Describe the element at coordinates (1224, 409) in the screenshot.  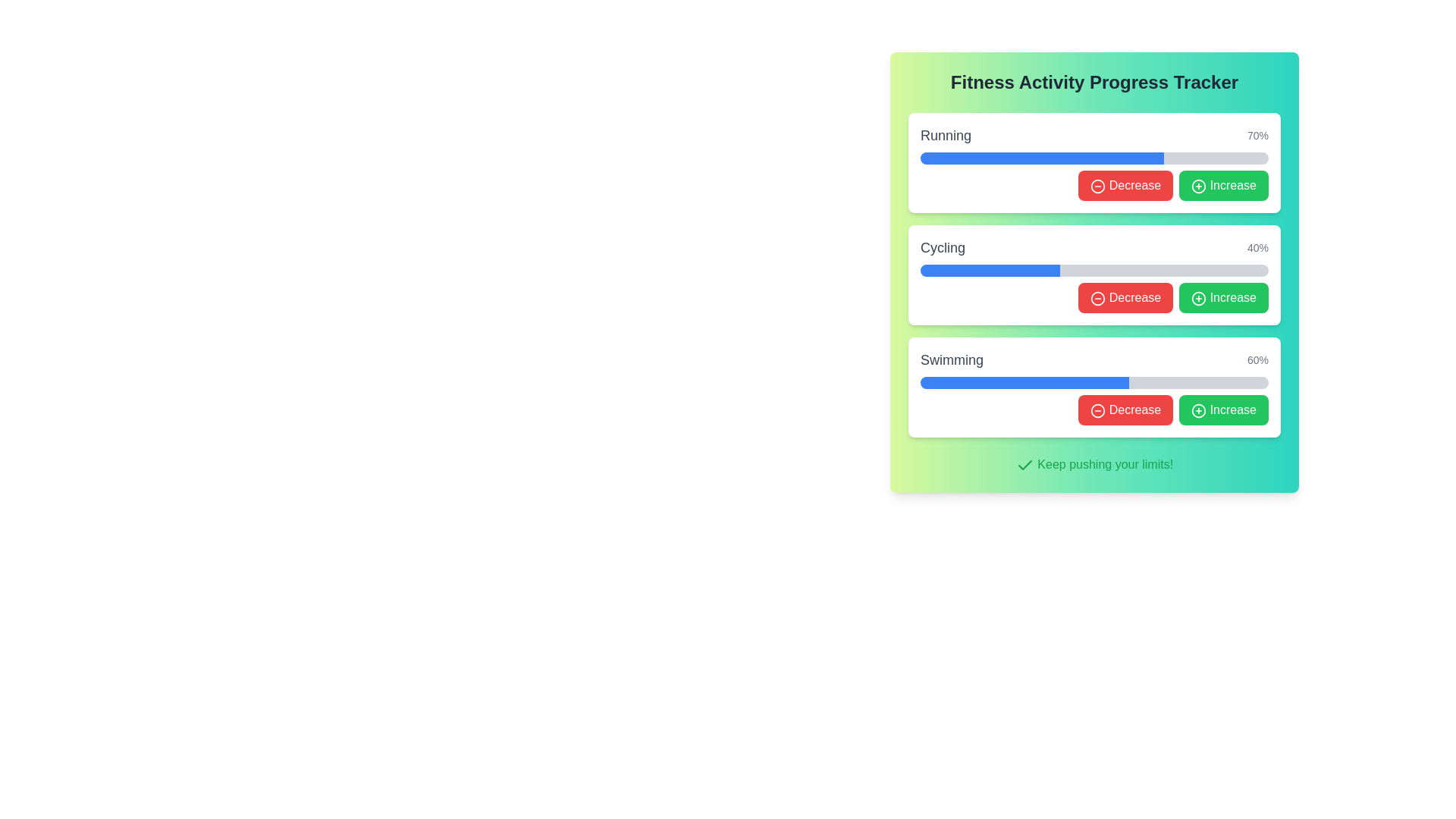
I see `the 'Increase' button, which has a green background, rounded corners, and white text with a plus icon, located in the 'Swimming' activity controls at the bottom of the grouped activity trackers` at that location.